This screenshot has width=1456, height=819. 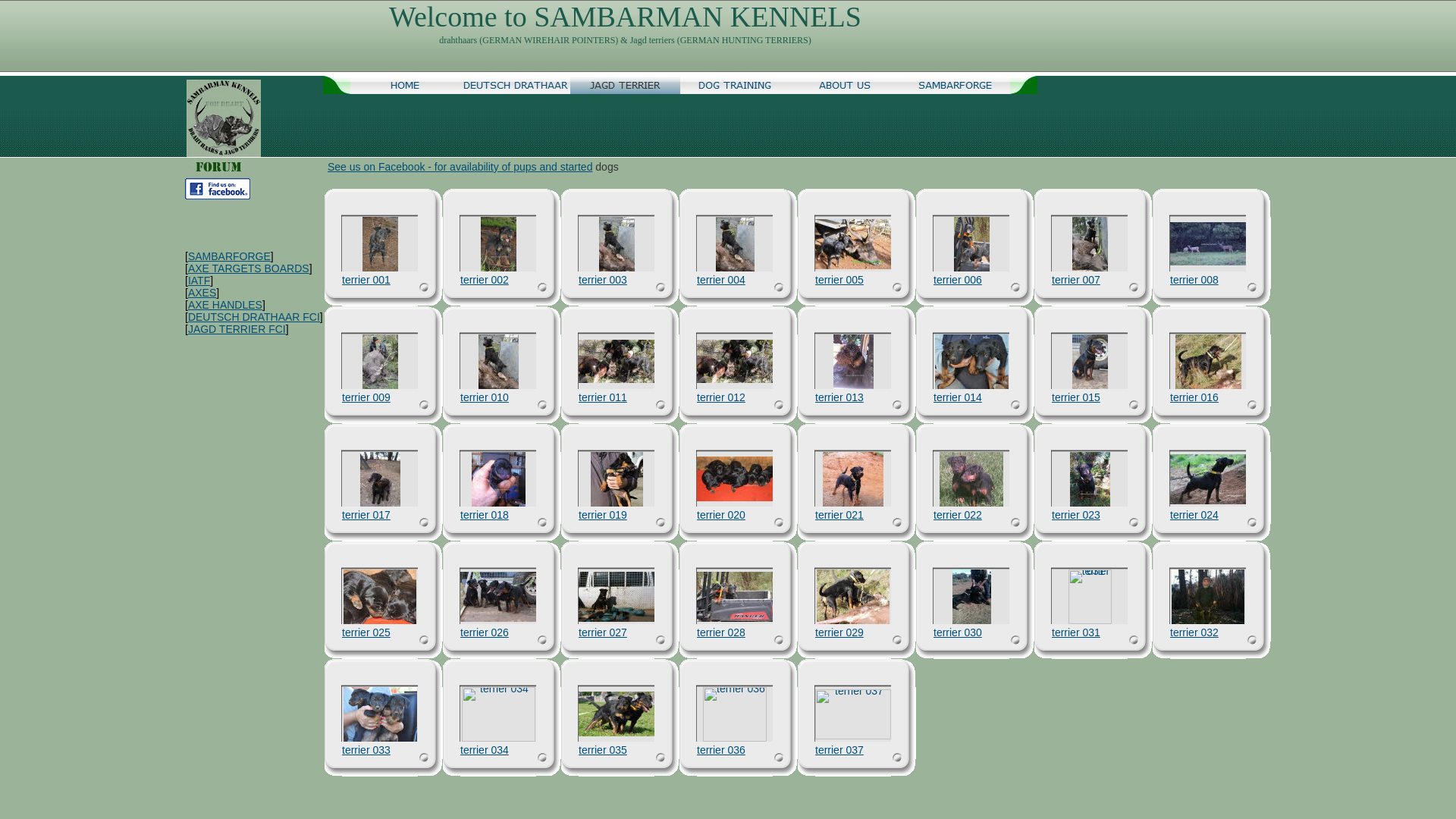 What do you see at coordinates (483, 397) in the screenshot?
I see `'terrier 010'` at bounding box center [483, 397].